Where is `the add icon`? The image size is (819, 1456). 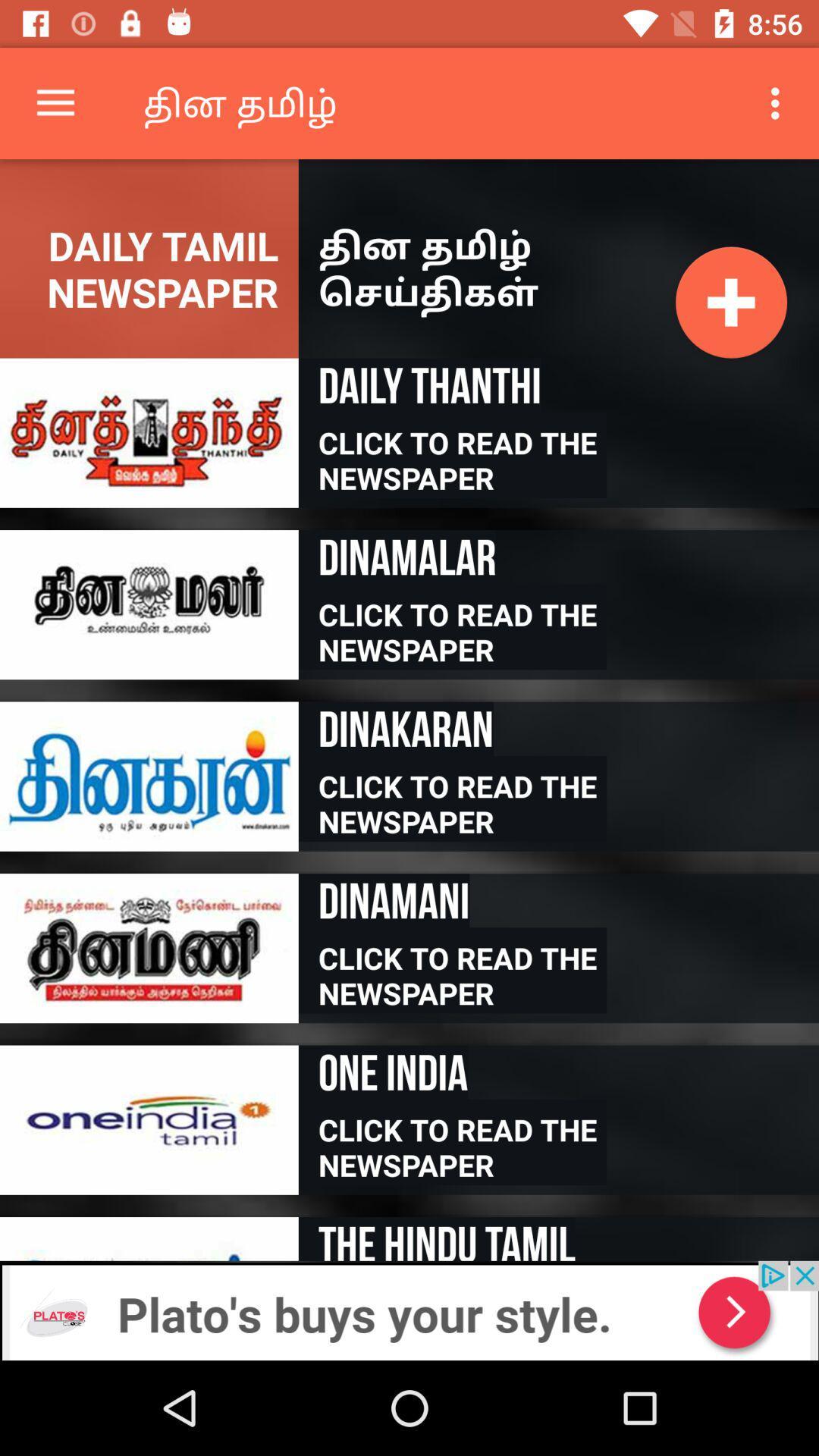 the add icon is located at coordinates (730, 302).